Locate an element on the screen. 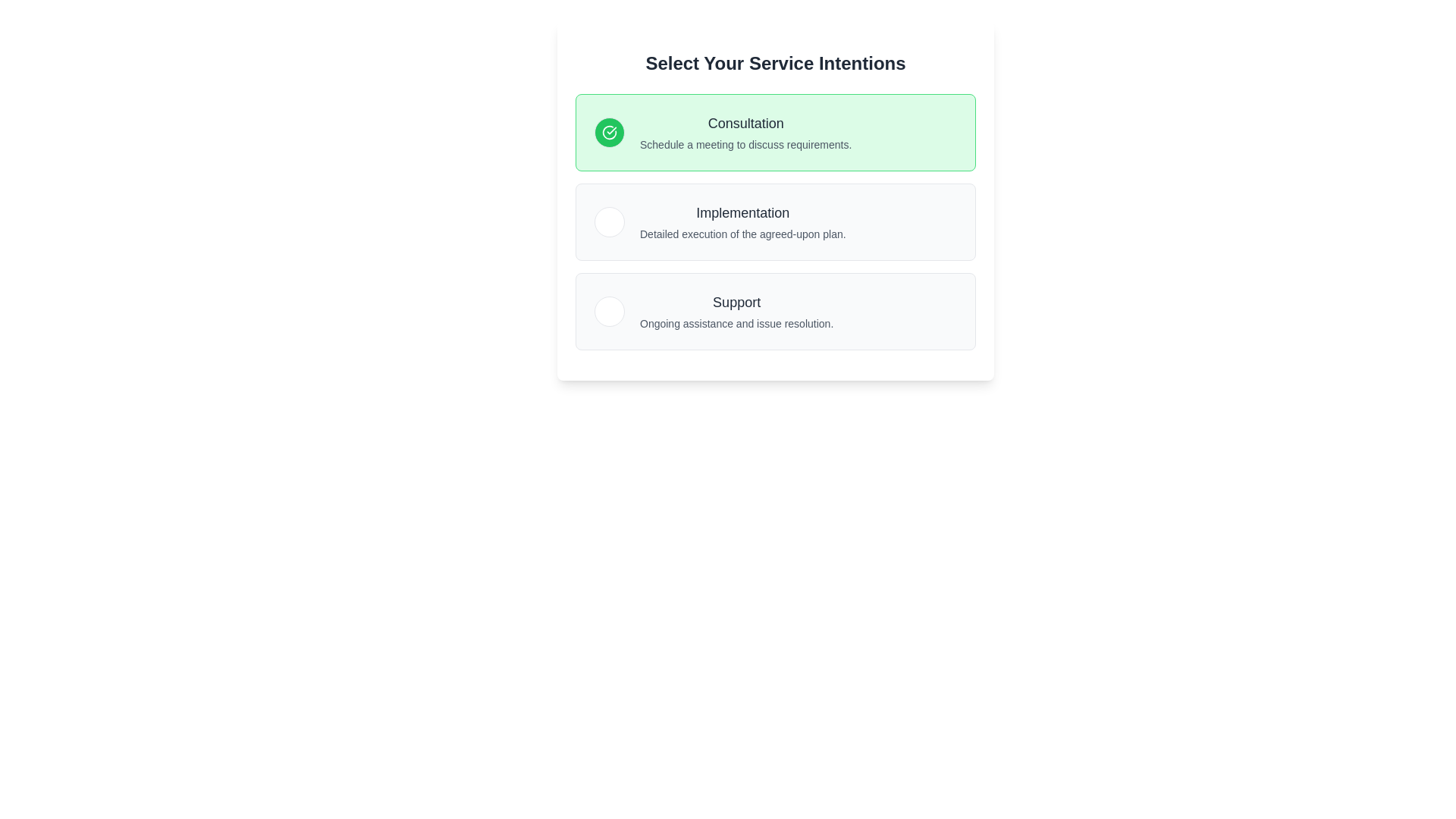 Image resolution: width=1456 pixels, height=819 pixels. the 'Consultation' selectable card component, which is the first in a vertical group of three similar components is located at coordinates (775, 131).